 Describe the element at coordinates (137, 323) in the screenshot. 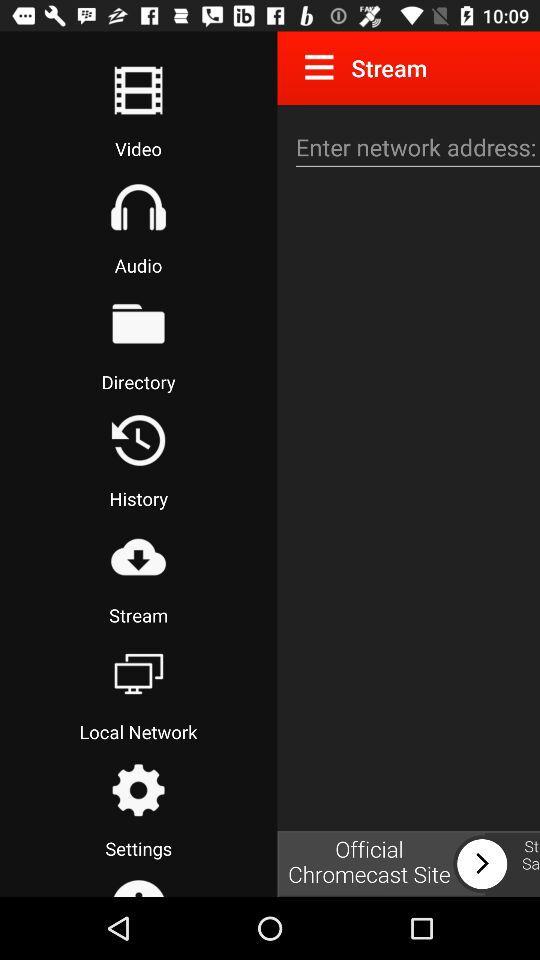

I see `directory folder` at that location.